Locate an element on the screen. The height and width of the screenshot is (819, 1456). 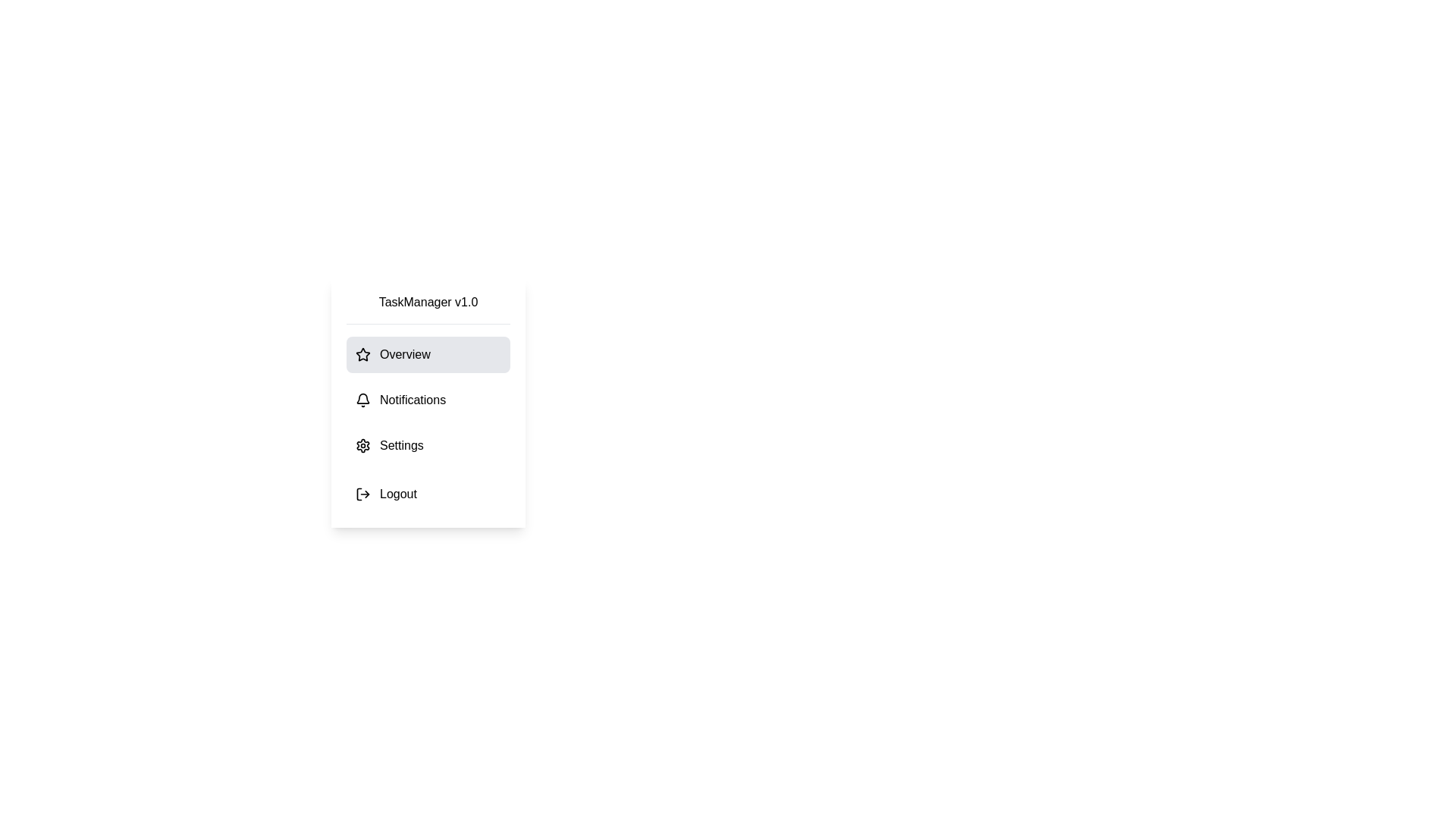
the vertical navigation menu items in the TaskManager v1.0 section is located at coordinates (428, 402).